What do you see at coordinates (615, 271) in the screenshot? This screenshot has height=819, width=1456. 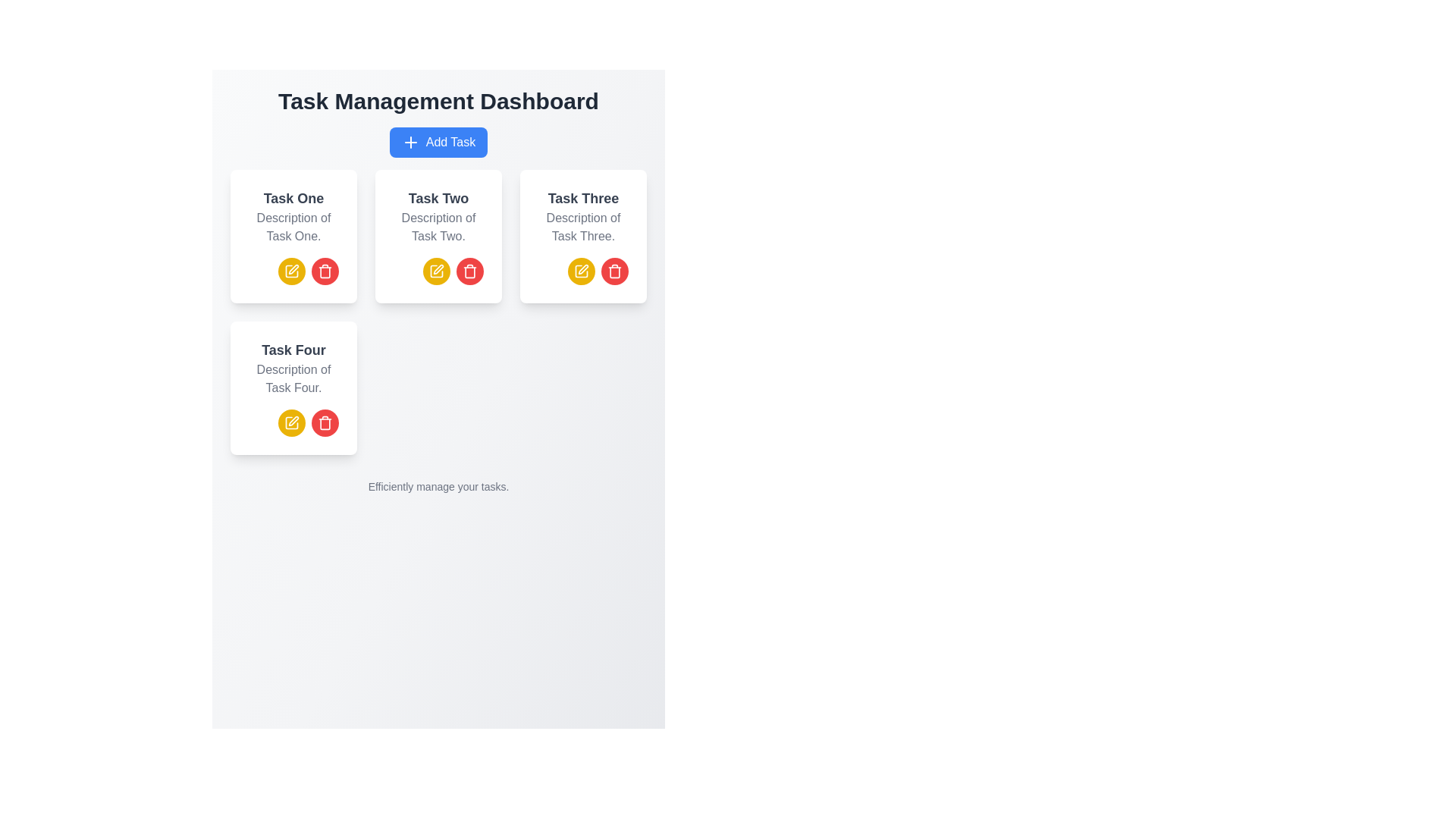 I see `the delete button located at the bottom-right corner of the 'Task Three' card` at bounding box center [615, 271].